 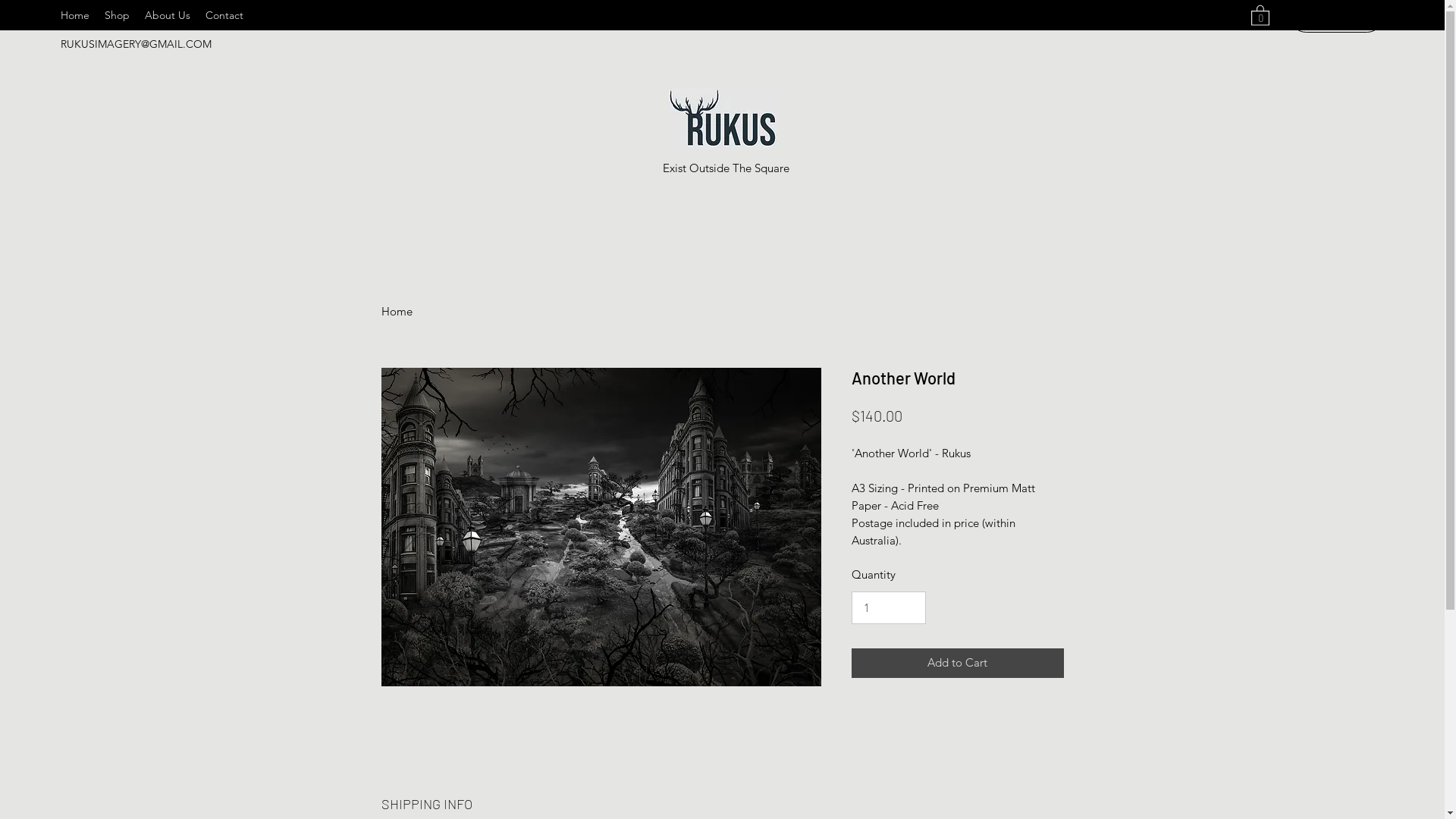 What do you see at coordinates (74, 14) in the screenshot?
I see `'Home'` at bounding box center [74, 14].